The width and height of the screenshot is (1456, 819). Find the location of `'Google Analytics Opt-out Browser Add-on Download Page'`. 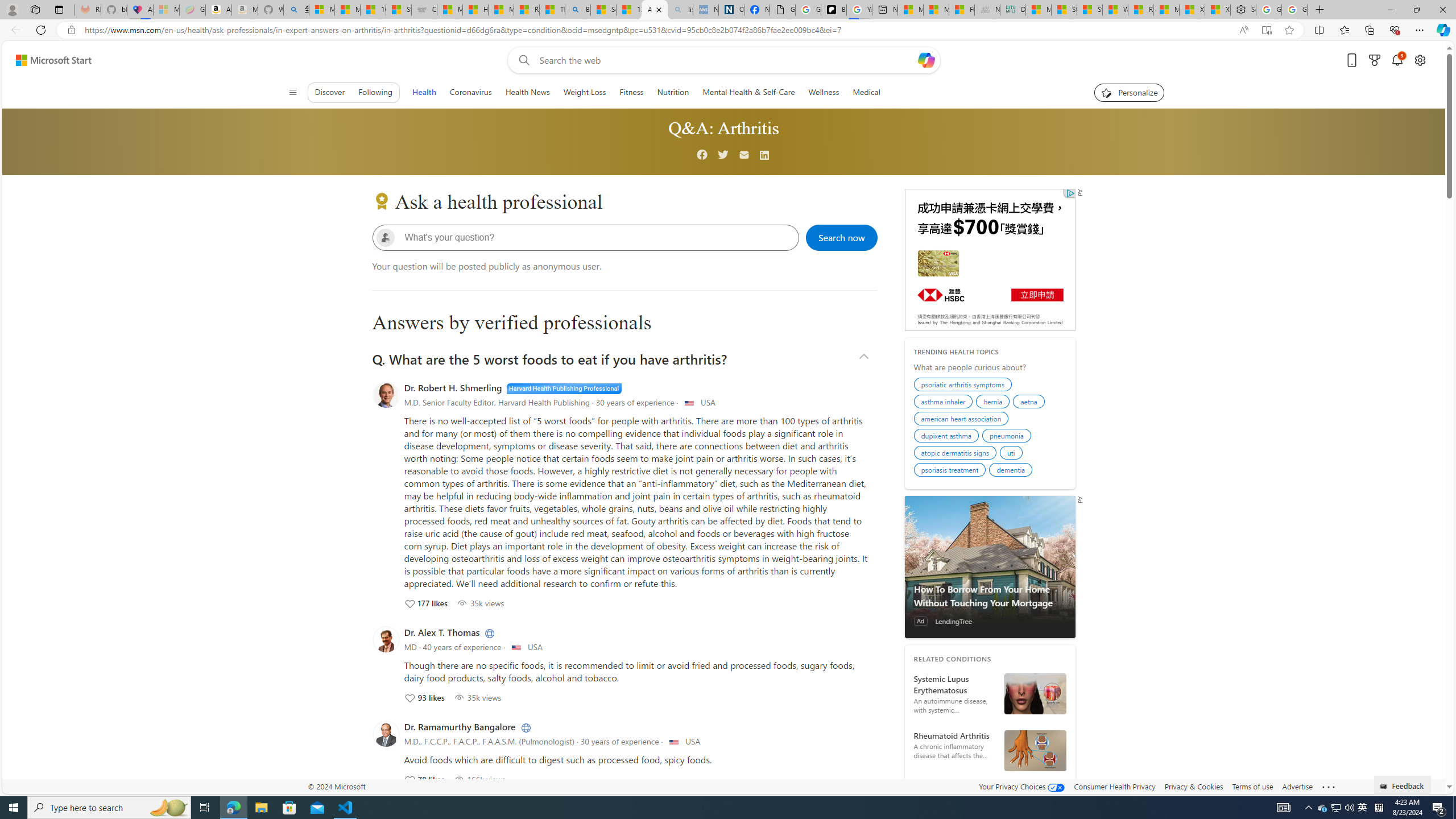

'Google Analytics Opt-out Browser Add-on Download Page' is located at coordinates (782, 9).